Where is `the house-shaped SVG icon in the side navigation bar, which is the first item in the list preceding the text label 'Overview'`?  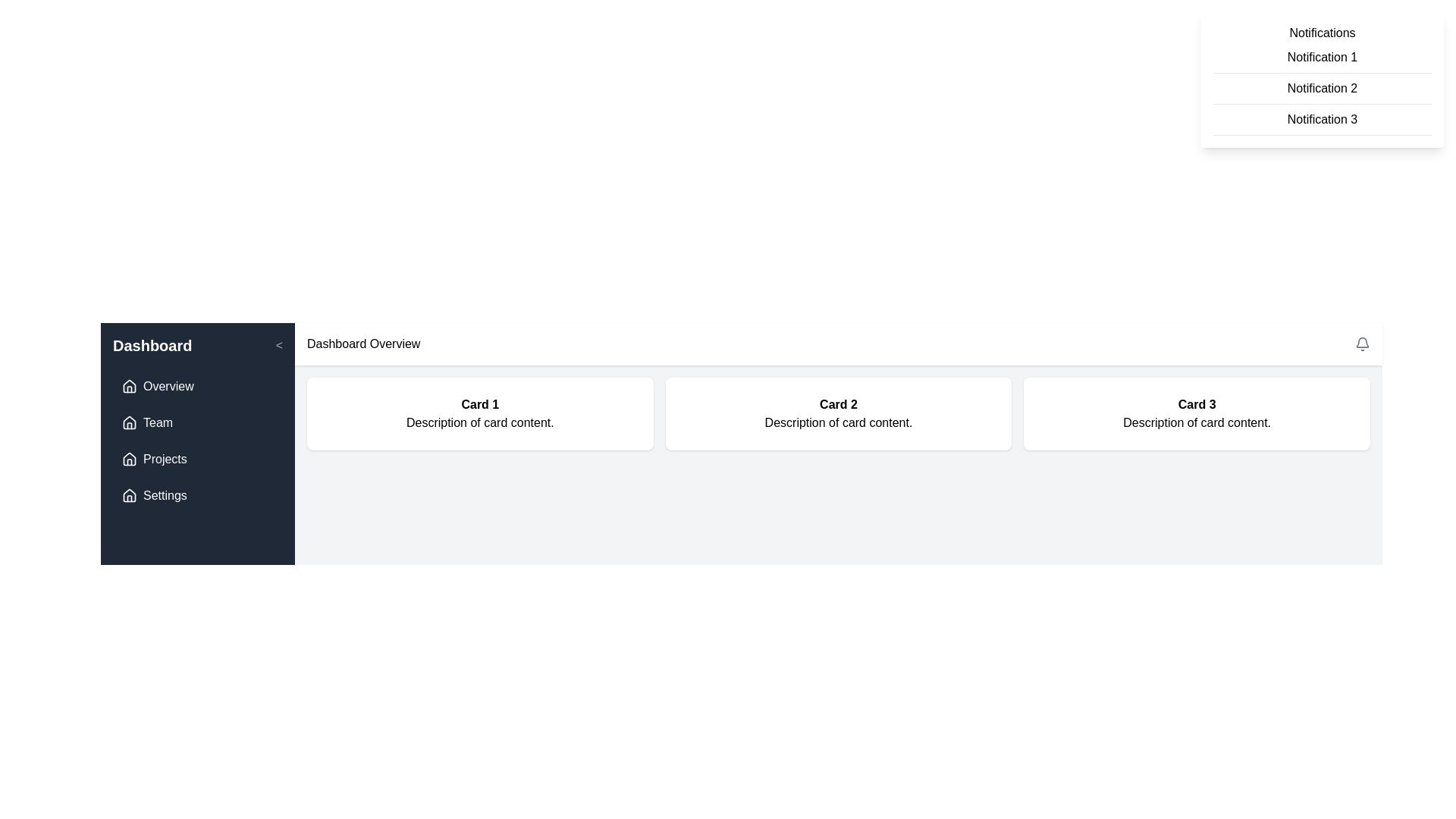
the house-shaped SVG icon in the side navigation bar, which is the first item in the list preceding the text label 'Overview' is located at coordinates (130, 385).